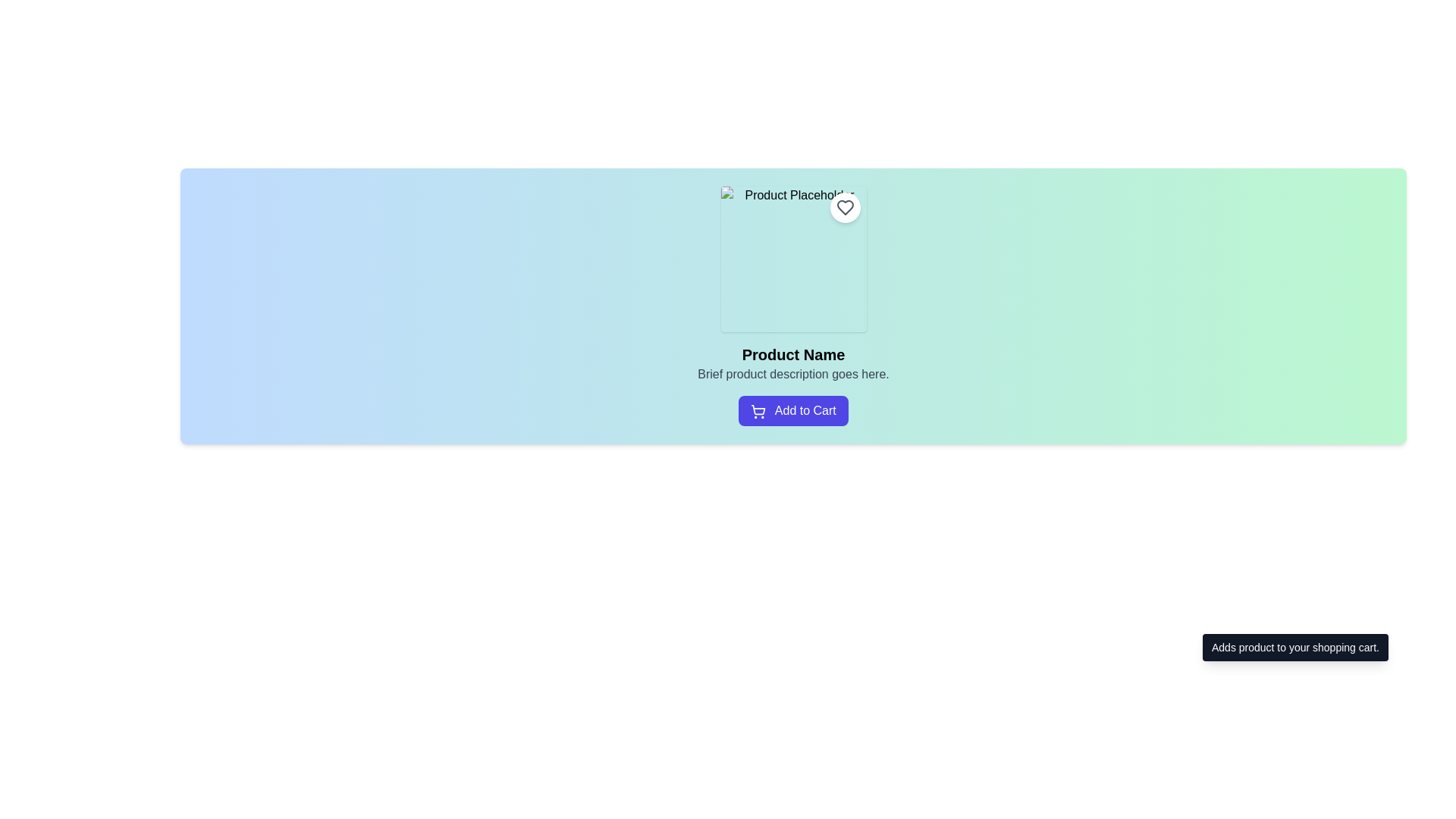  What do you see at coordinates (758, 411) in the screenshot?
I see `the shopping cart icon located at the left-most side of the 'Add to Cart' button, which is part of the product description module` at bounding box center [758, 411].